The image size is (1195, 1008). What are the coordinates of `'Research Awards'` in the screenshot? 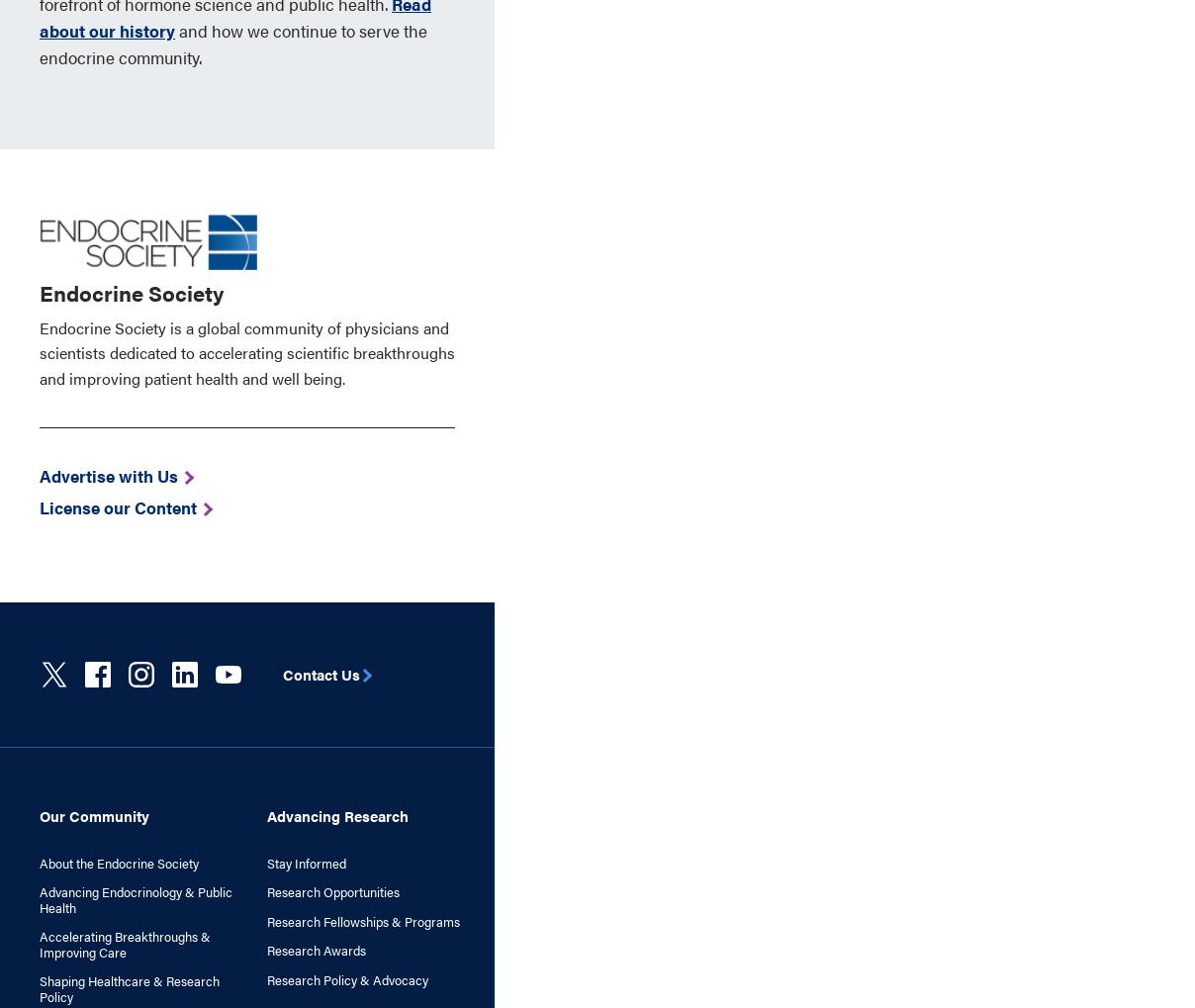 It's located at (315, 949).